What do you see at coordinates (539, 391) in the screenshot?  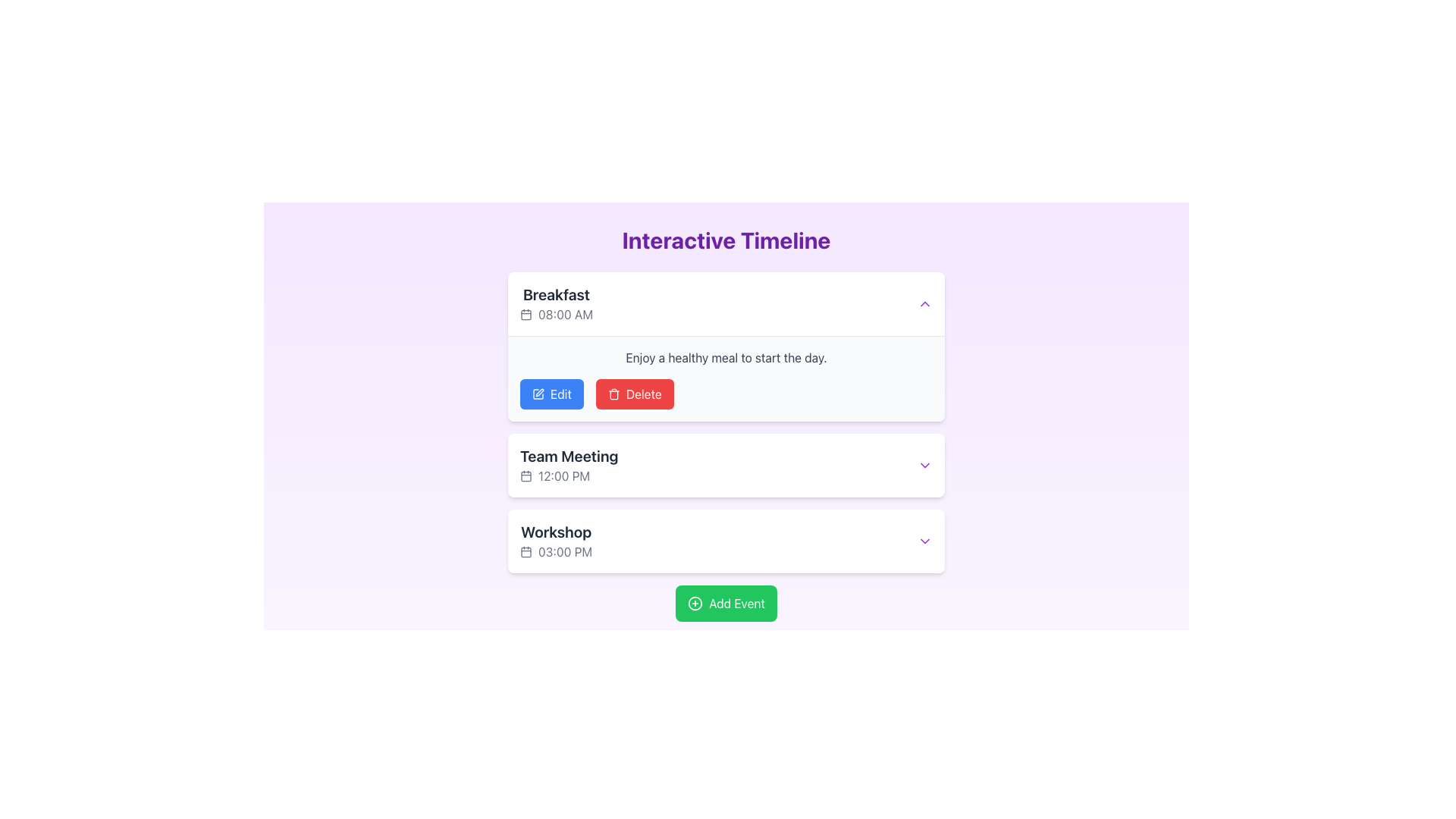 I see `the 'Edit' button associated with the icon located to the left of it in the first event card labeled 'Breakfast' to interact indirectly with the icon` at bounding box center [539, 391].